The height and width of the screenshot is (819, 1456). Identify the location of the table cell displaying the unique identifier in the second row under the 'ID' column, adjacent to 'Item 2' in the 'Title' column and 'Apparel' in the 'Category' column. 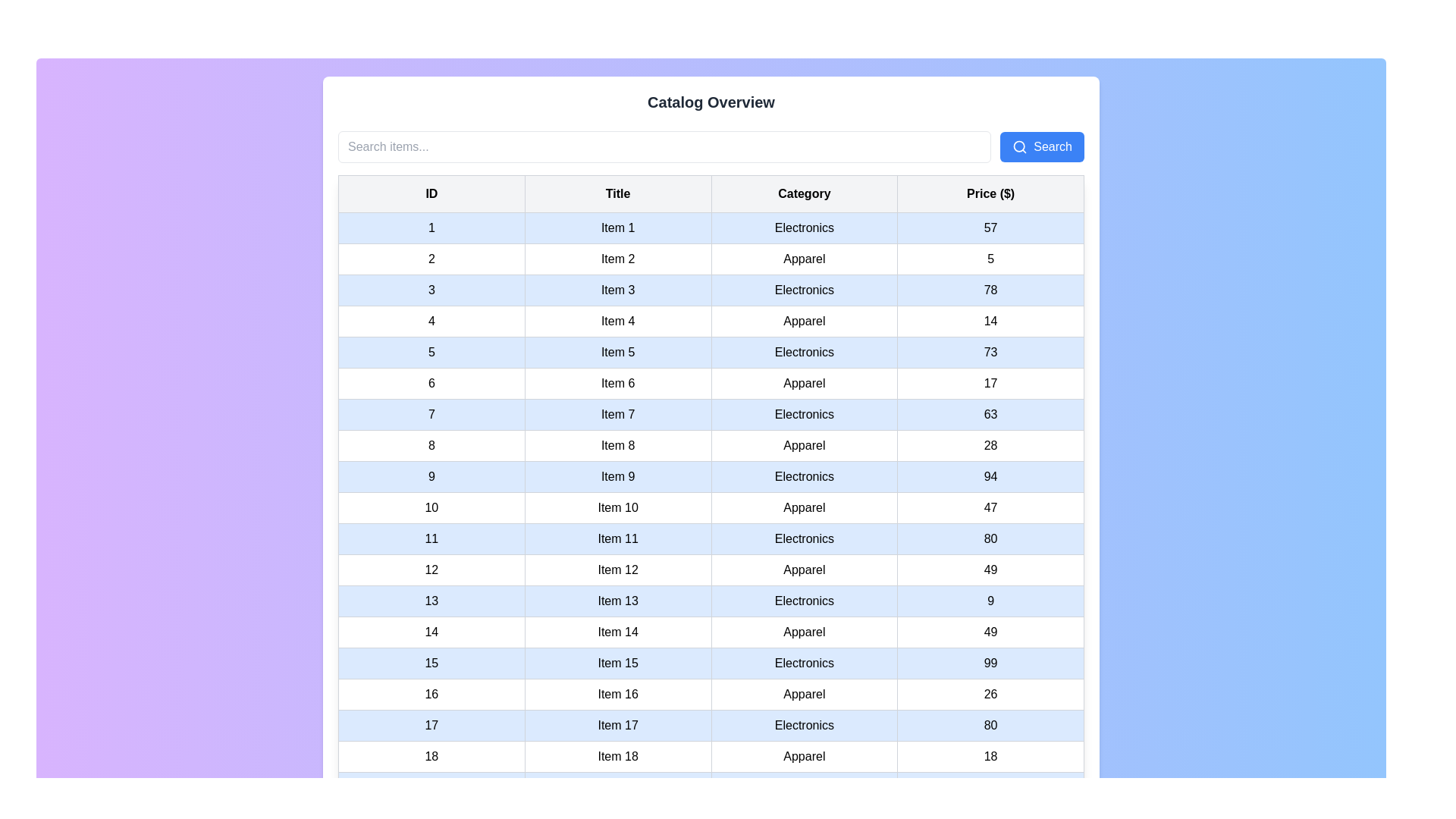
(431, 259).